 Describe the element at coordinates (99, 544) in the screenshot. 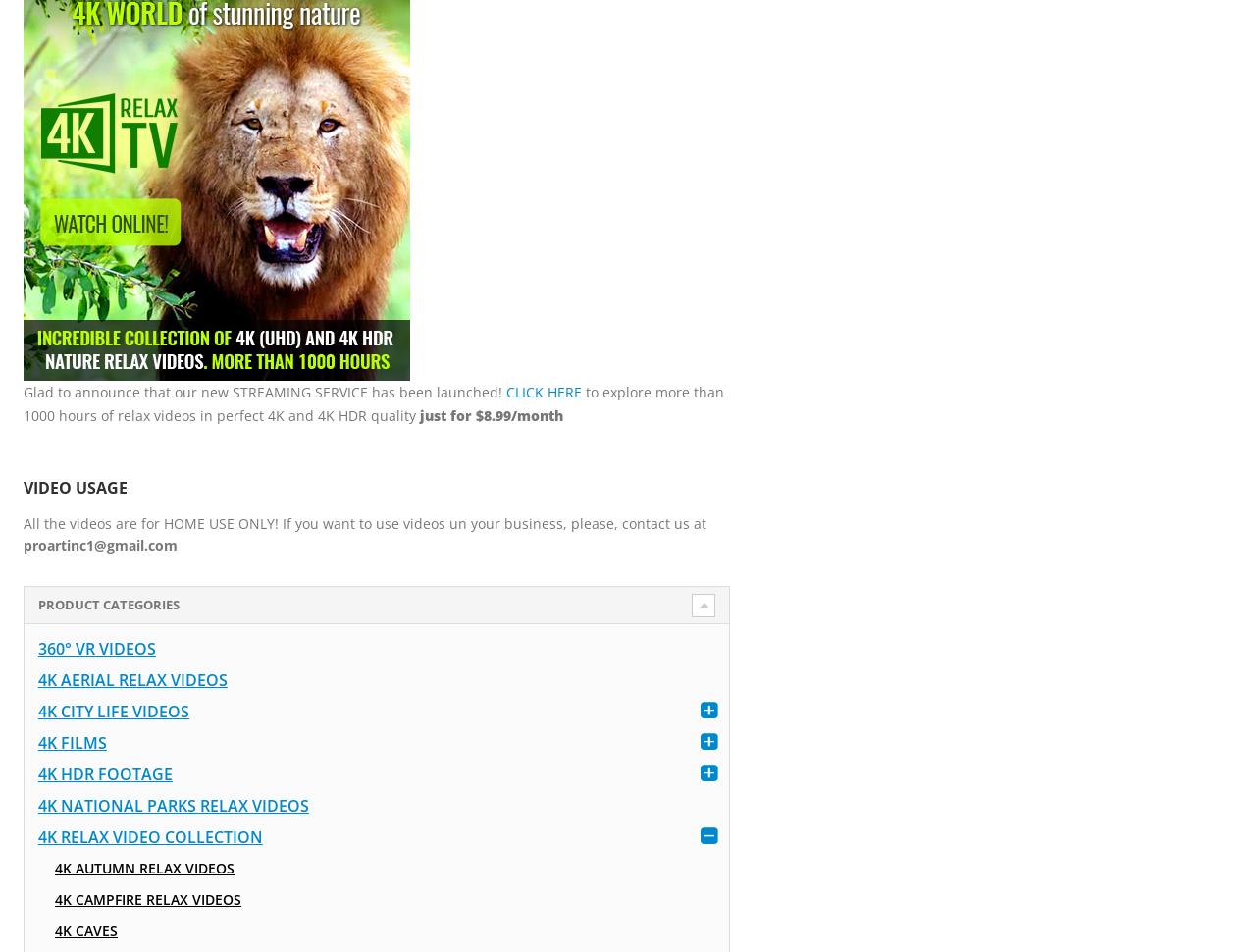

I see `'proartinc1@gmail.com'` at that location.